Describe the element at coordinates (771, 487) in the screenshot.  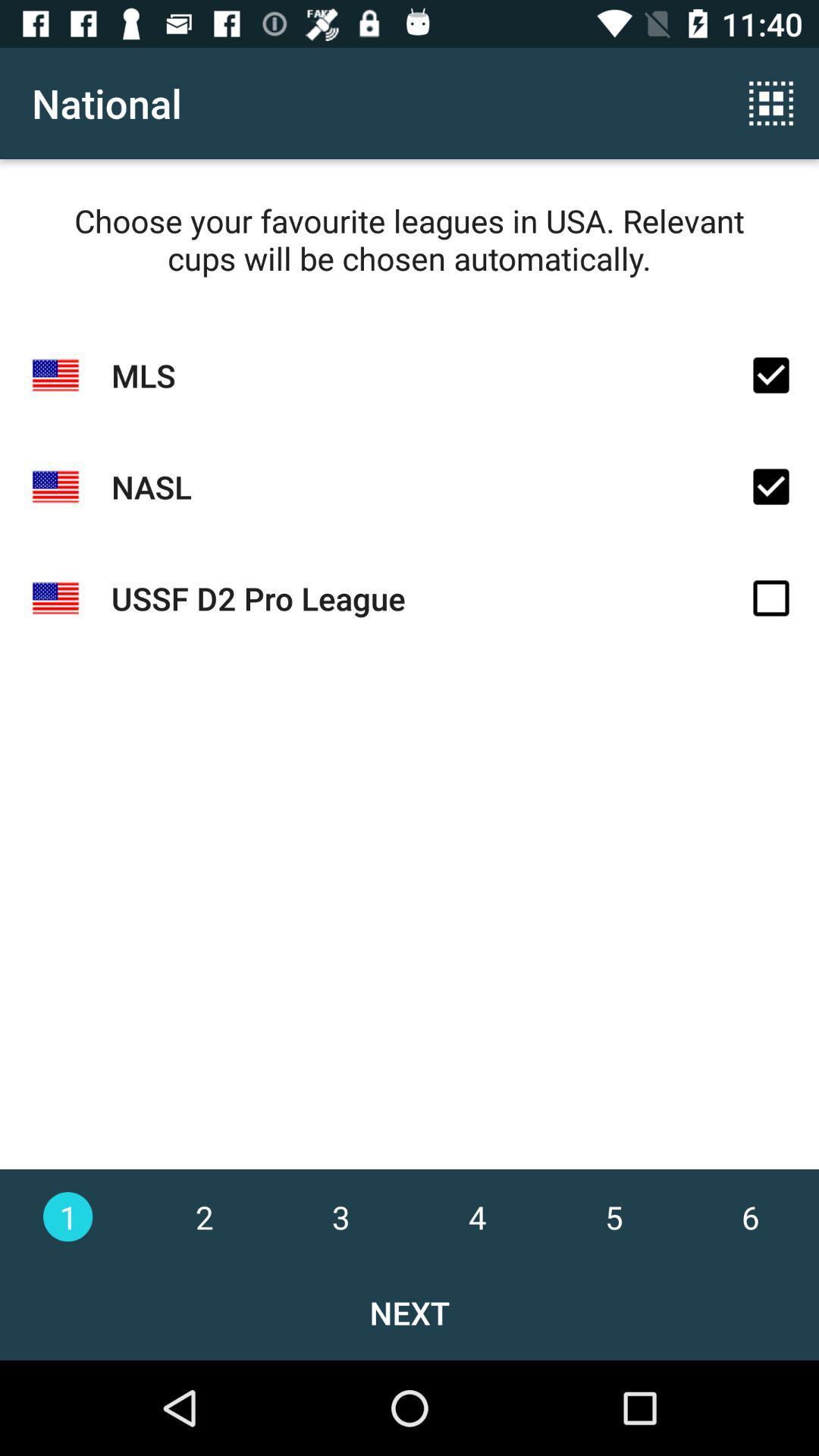
I see `the checkbox right next to nasl` at that location.